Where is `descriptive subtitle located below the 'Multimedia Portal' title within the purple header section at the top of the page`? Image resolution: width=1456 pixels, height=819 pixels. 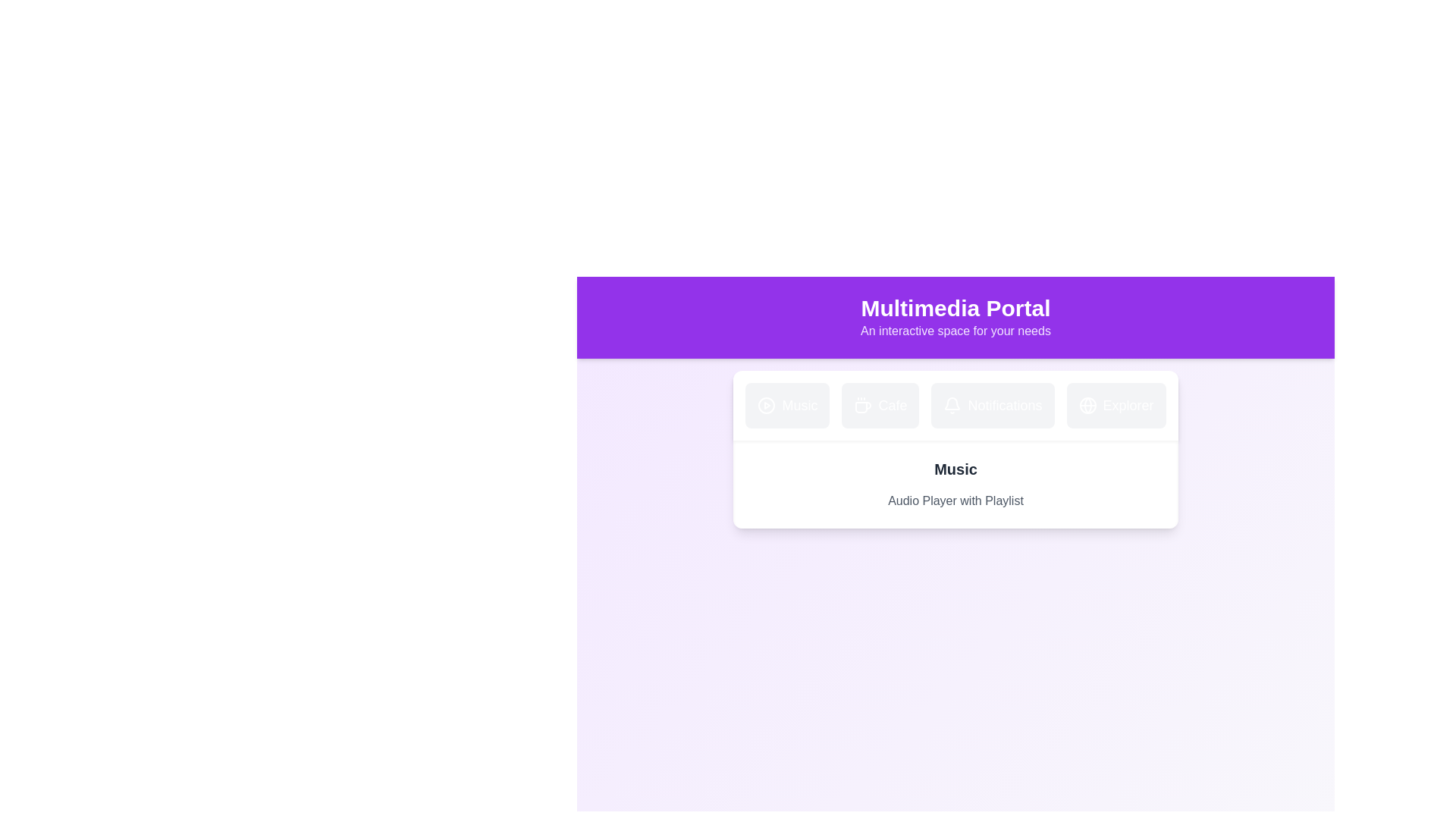 descriptive subtitle located below the 'Multimedia Portal' title within the purple header section at the top of the page is located at coordinates (955, 330).